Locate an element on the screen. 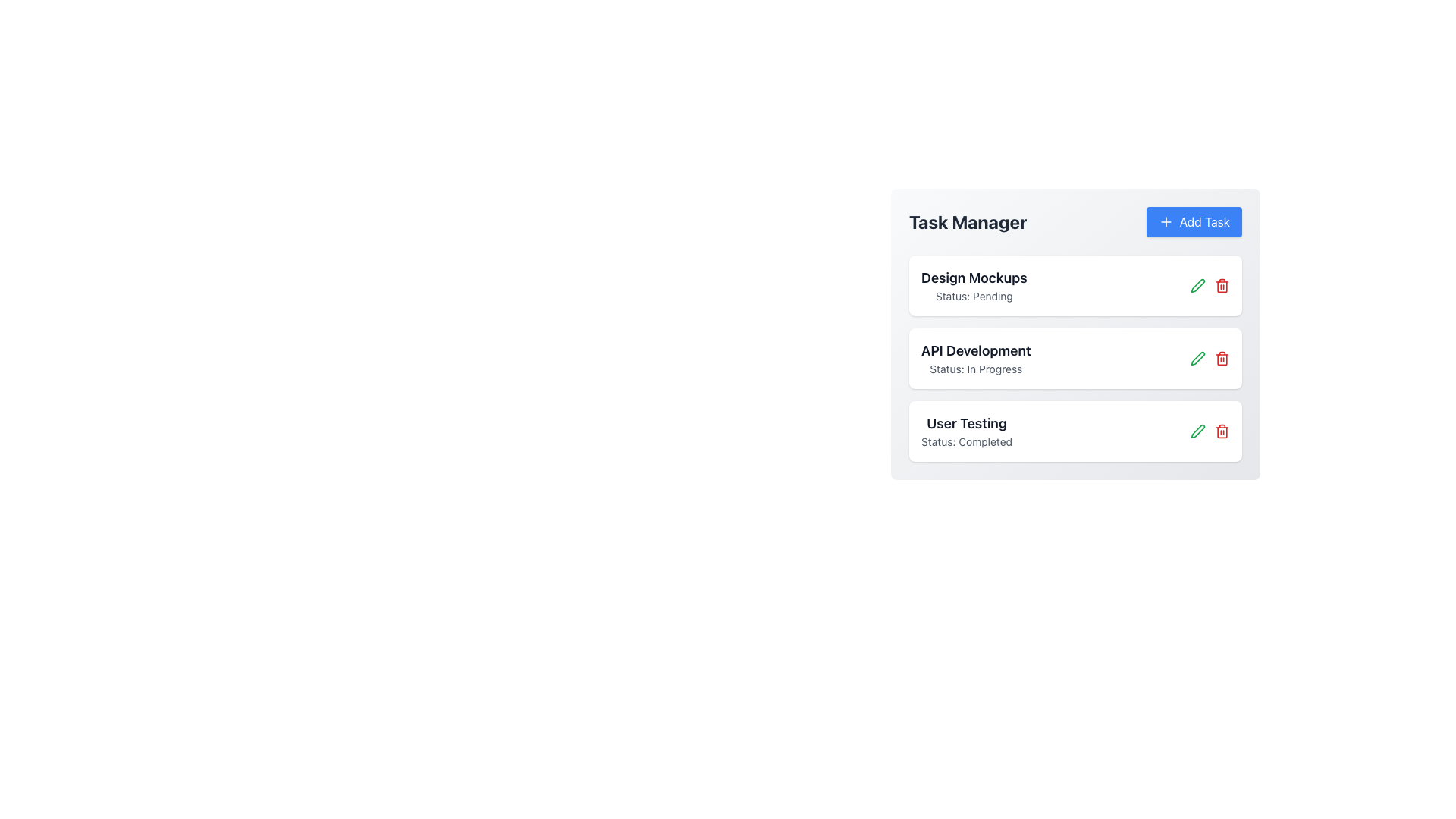  the text label displaying 'User Testing' which is prominently placed in the third task item under 'Task Manager' is located at coordinates (966, 424).